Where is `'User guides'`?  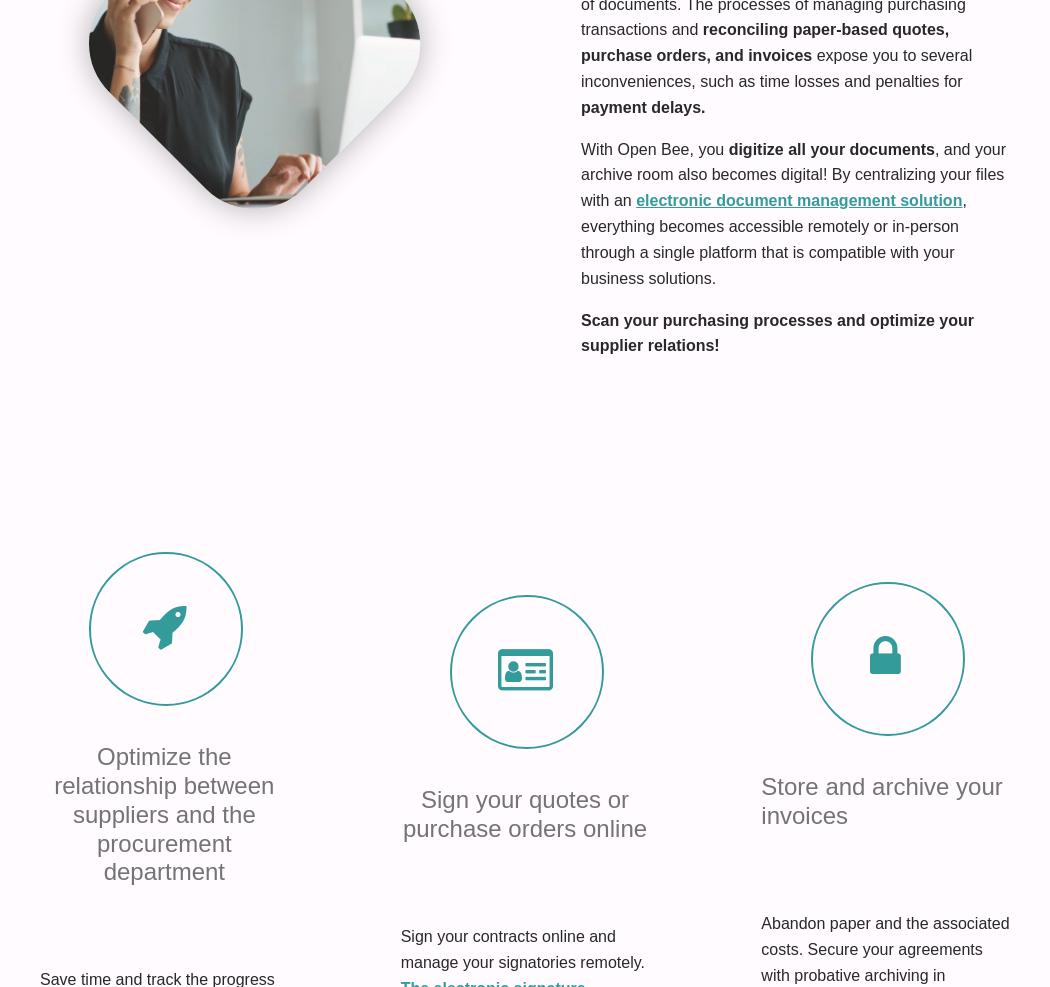
'User guides' is located at coordinates (279, 657).